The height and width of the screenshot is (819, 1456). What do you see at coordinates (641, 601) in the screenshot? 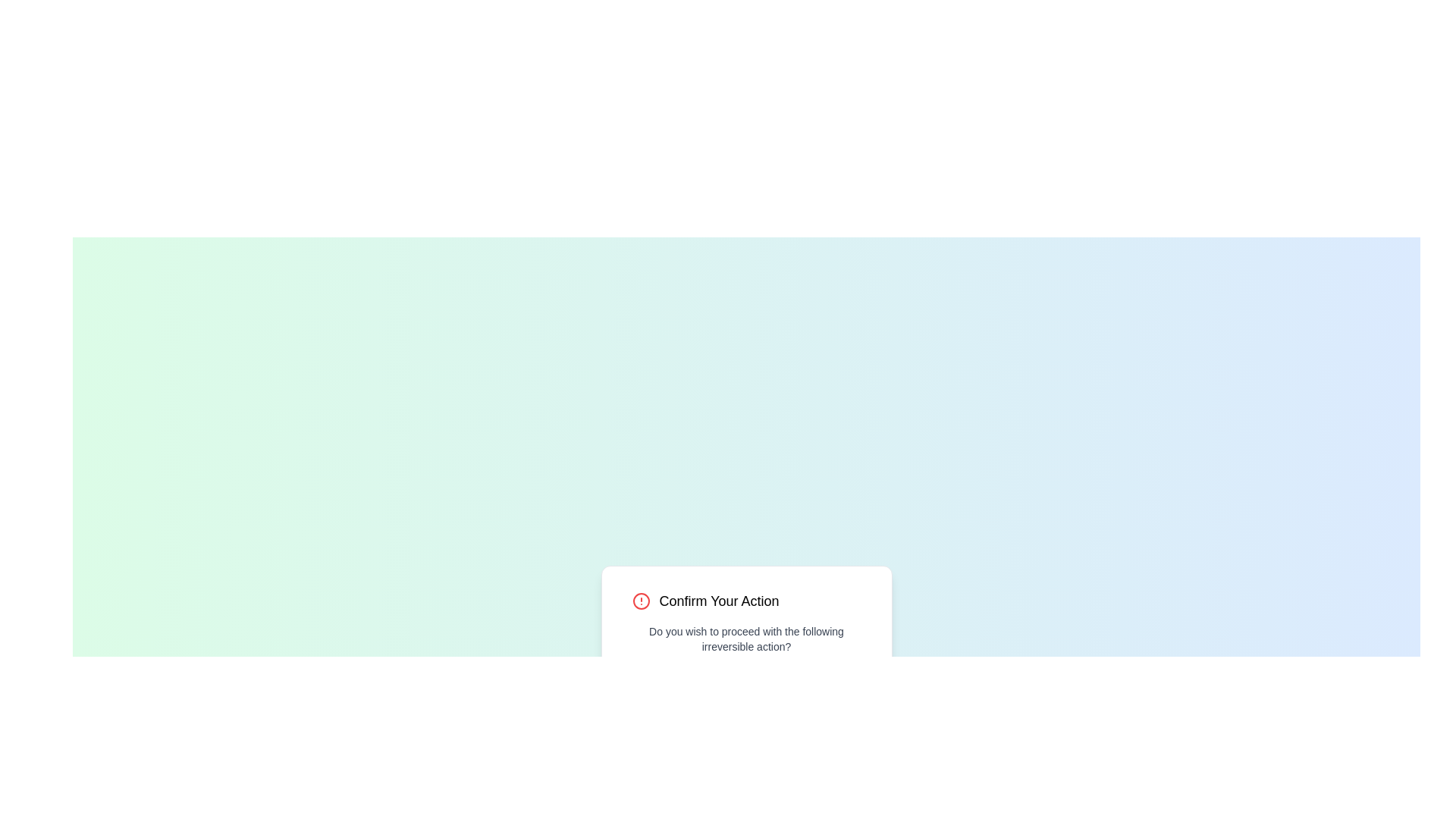
I see `the alert icon located to the left of the 'Confirm Your Action' text` at bounding box center [641, 601].